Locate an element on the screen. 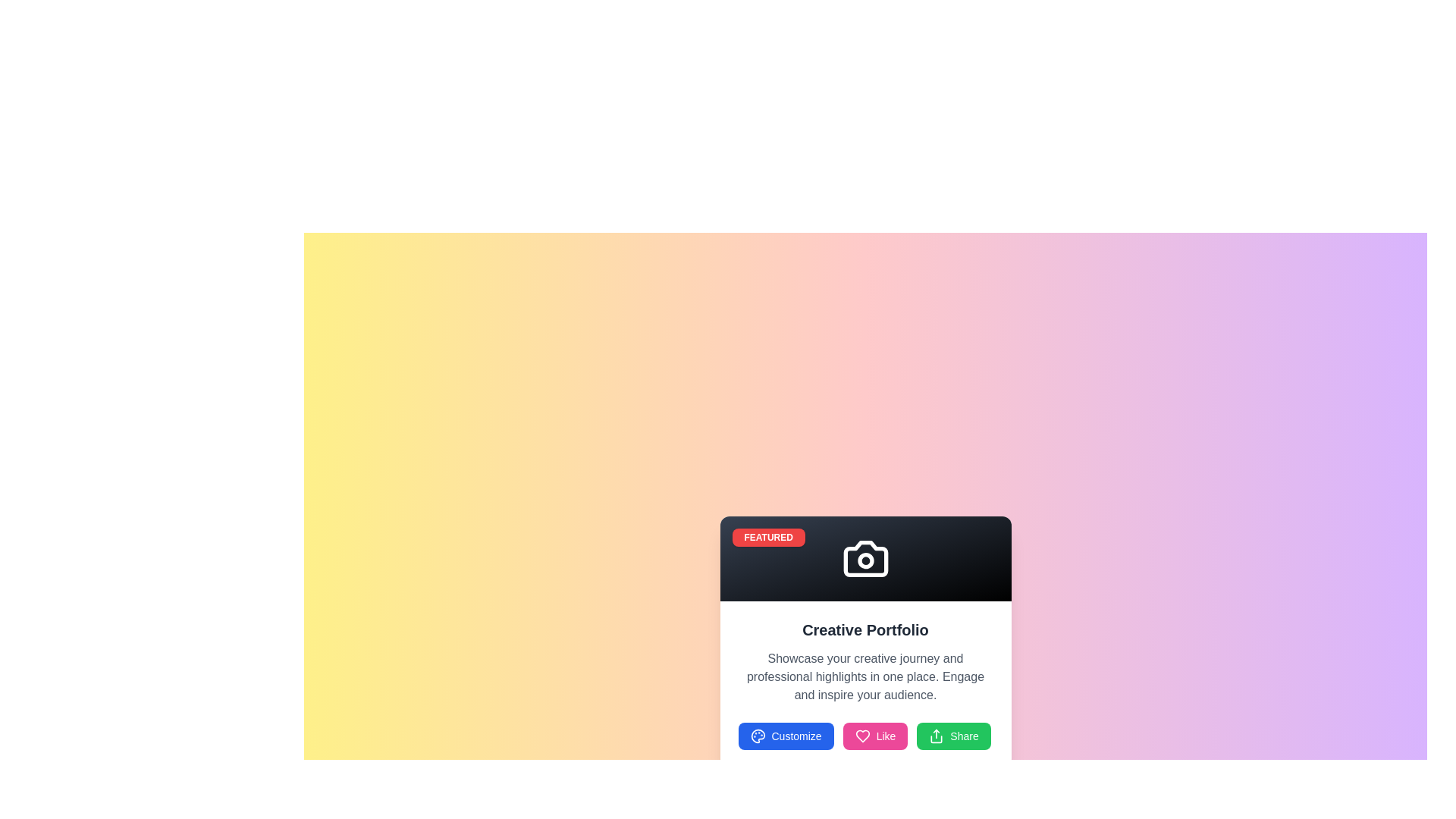 Image resolution: width=1456 pixels, height=819 pixels. the painter's palette icon located within the 'Customize' button, which has a blue color and several small circles representing paint nodes is located at coordinates (758, 736).